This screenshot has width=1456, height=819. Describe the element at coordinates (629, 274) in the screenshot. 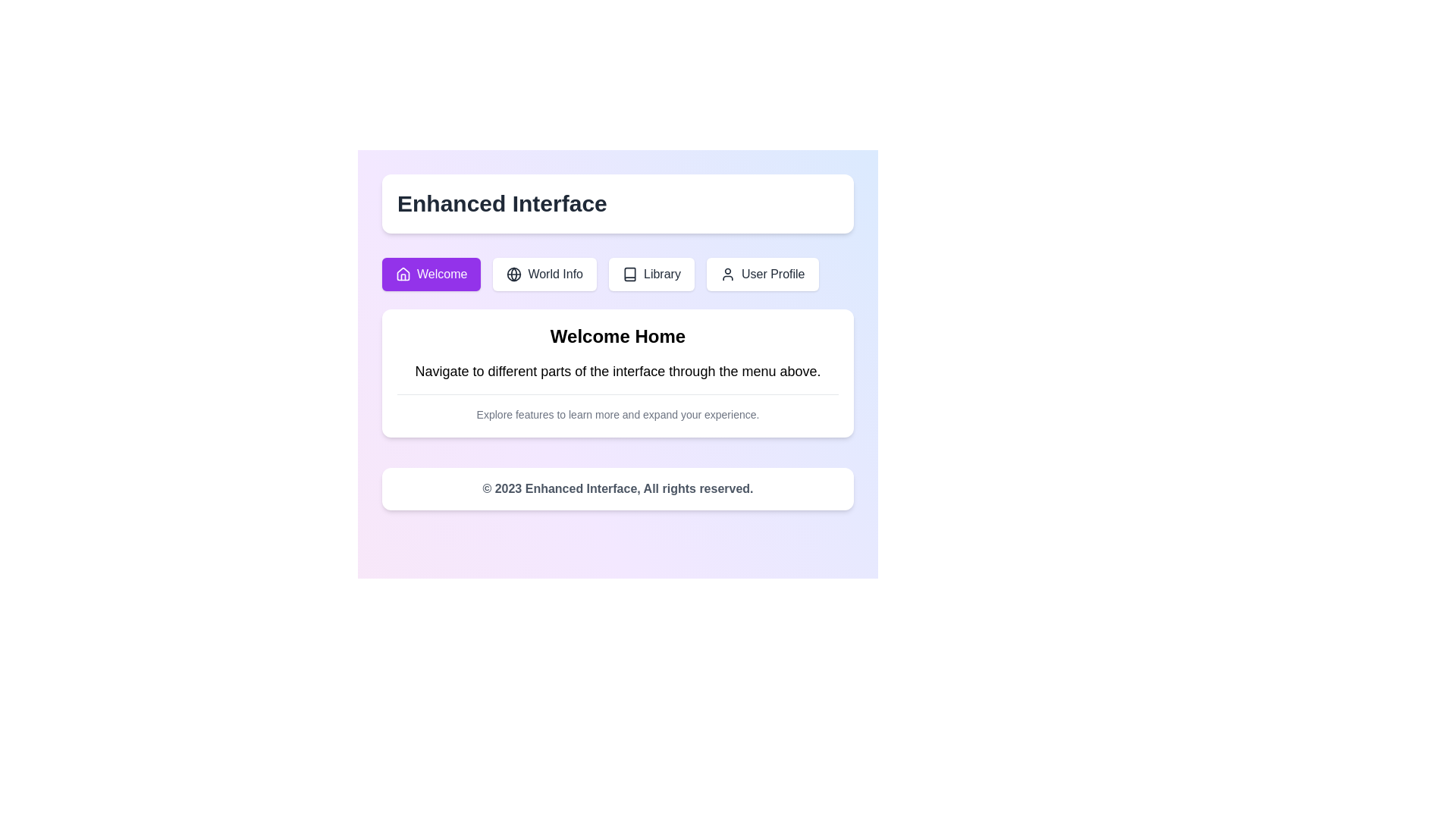

I see `the 'Library' icon located in the top navigation bar` at that location.